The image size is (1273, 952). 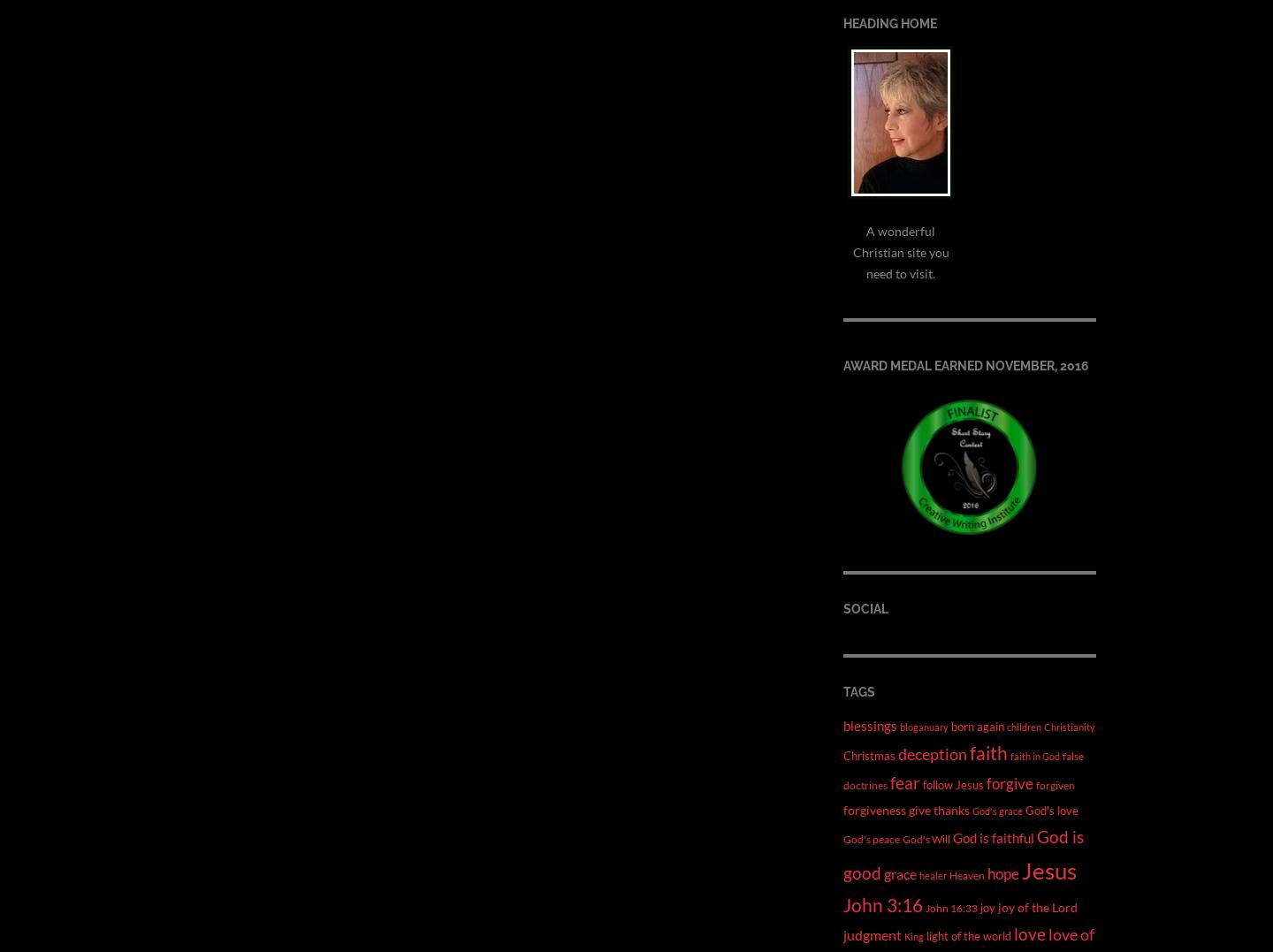 I want to click on 'God is faithful', so click(x=952, y=836).